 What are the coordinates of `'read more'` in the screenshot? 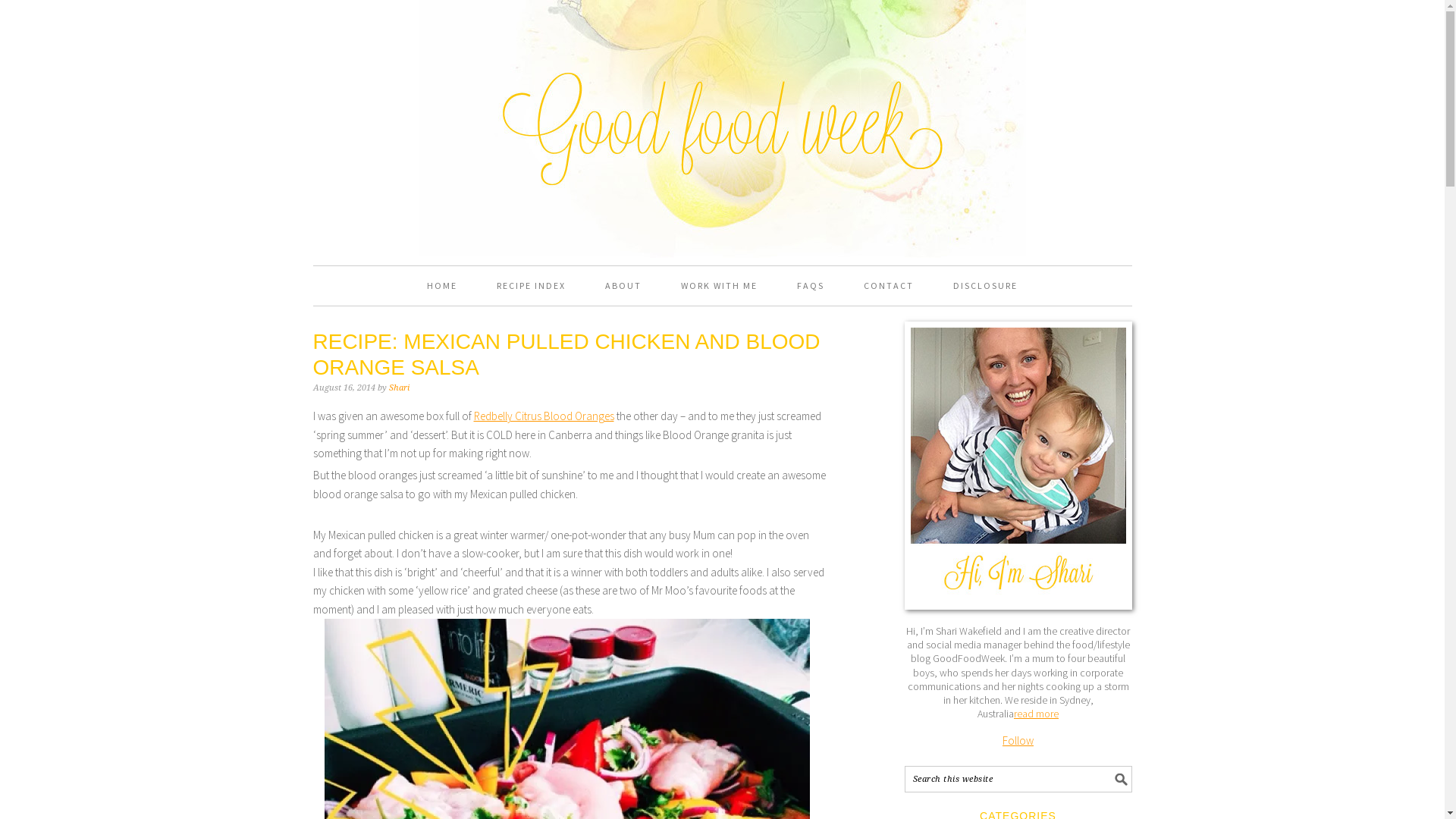 It's located at (1035, 714).